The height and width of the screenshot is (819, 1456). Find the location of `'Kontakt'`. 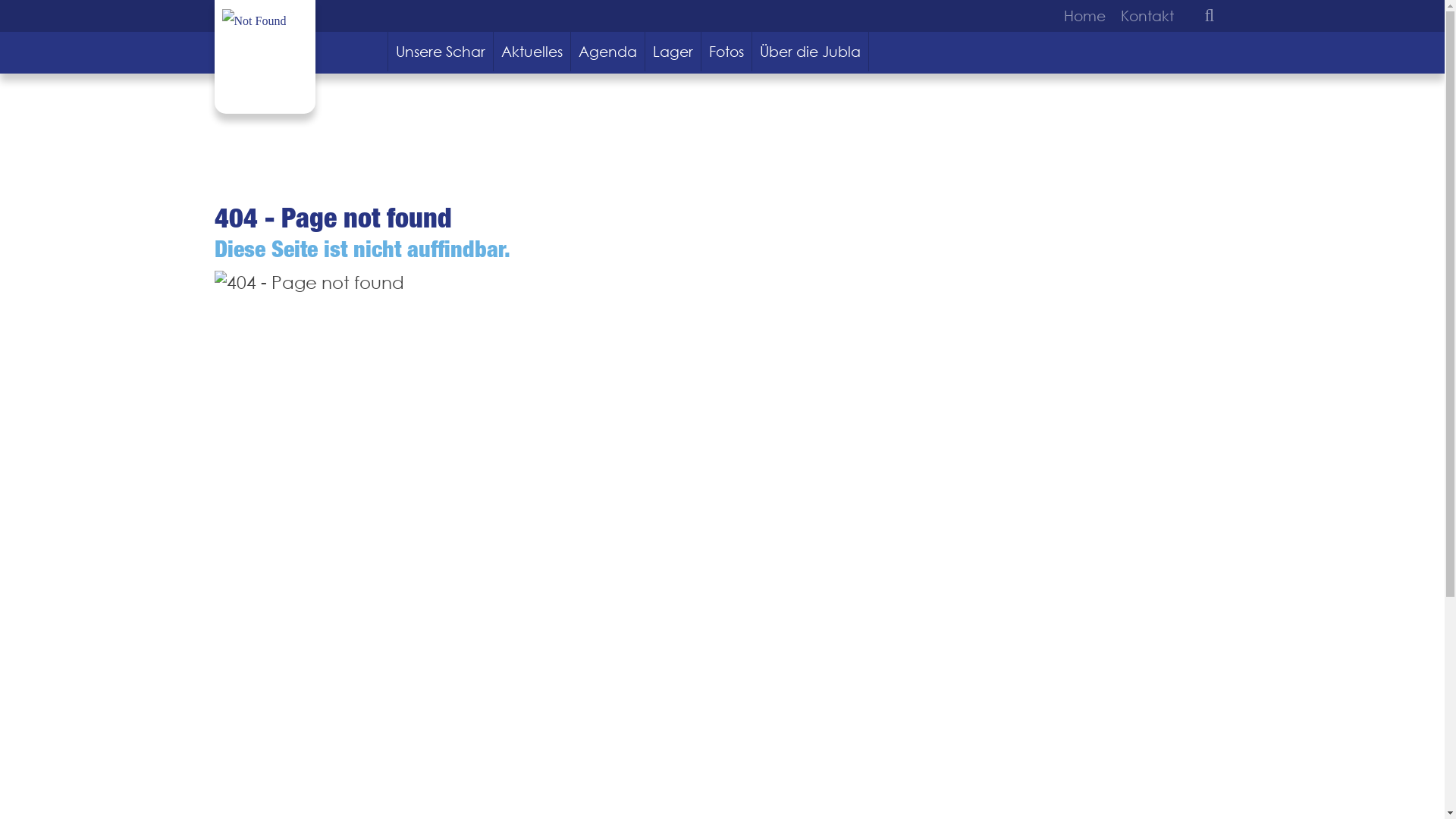

'Kontakt' is located at coordinates (1143, 15).